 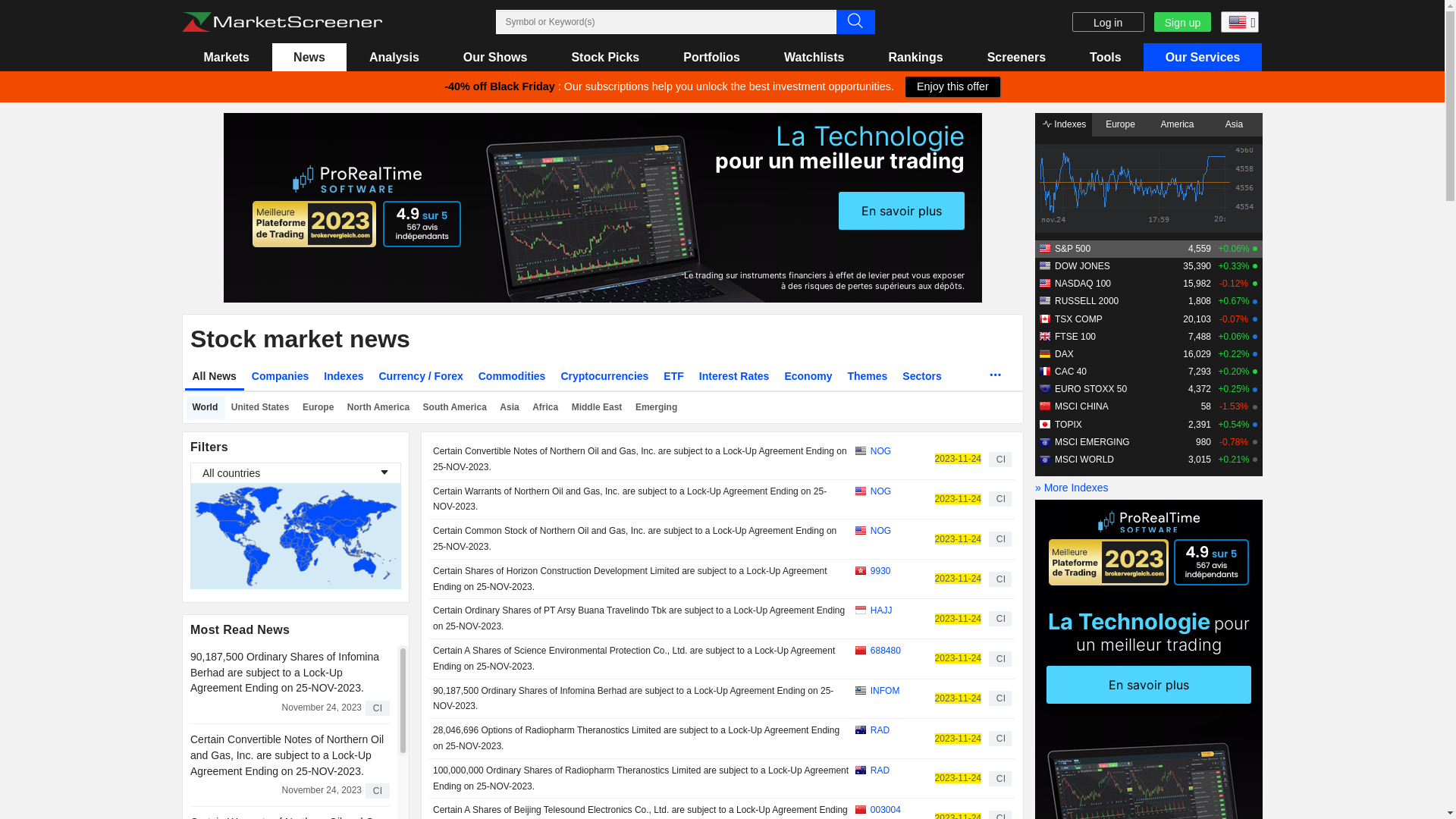 What do you see at coordinates (662, 56) in the screenshot?
I see `'Portfolios'` at bounding box center [662, 56].